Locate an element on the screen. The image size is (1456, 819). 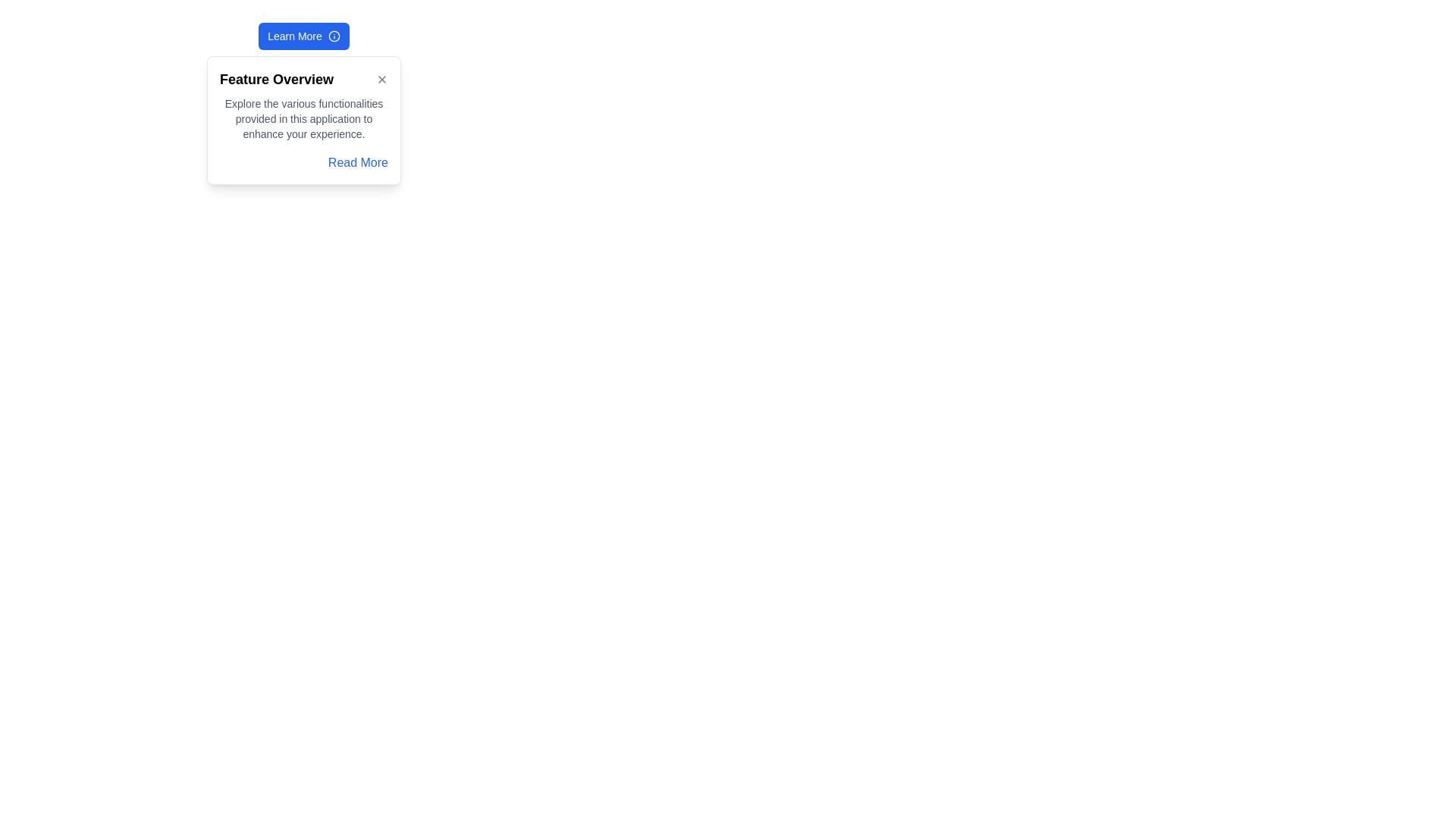
the static text label displaying 'Feature Overview', which is styled as a header at the top of the card UI component is located at coordinates (276, 79).